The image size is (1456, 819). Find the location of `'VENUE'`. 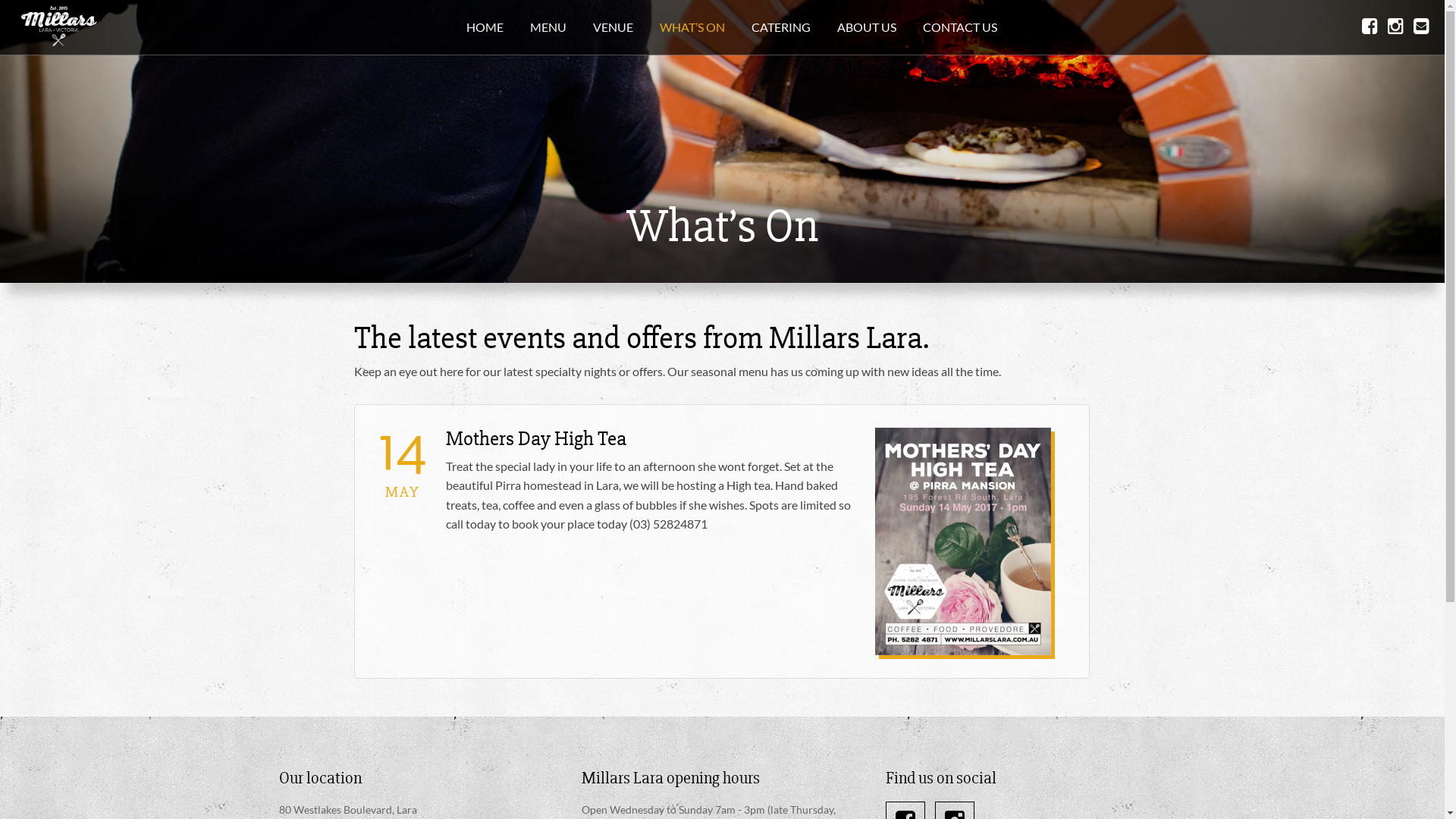

'VENUE' is located at coordinates (613, 27).